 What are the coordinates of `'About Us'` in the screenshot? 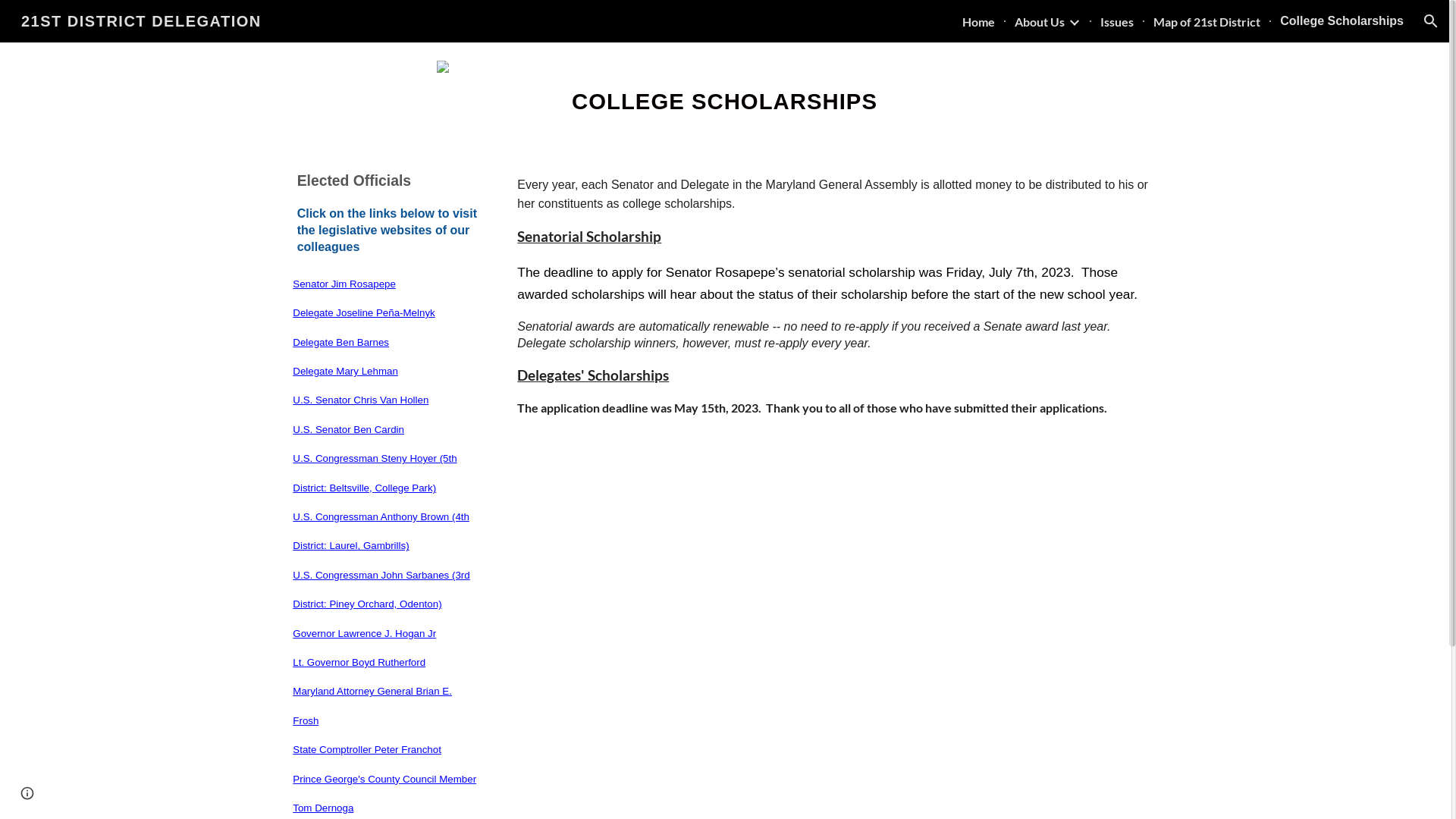 It's located at (1039, 20).